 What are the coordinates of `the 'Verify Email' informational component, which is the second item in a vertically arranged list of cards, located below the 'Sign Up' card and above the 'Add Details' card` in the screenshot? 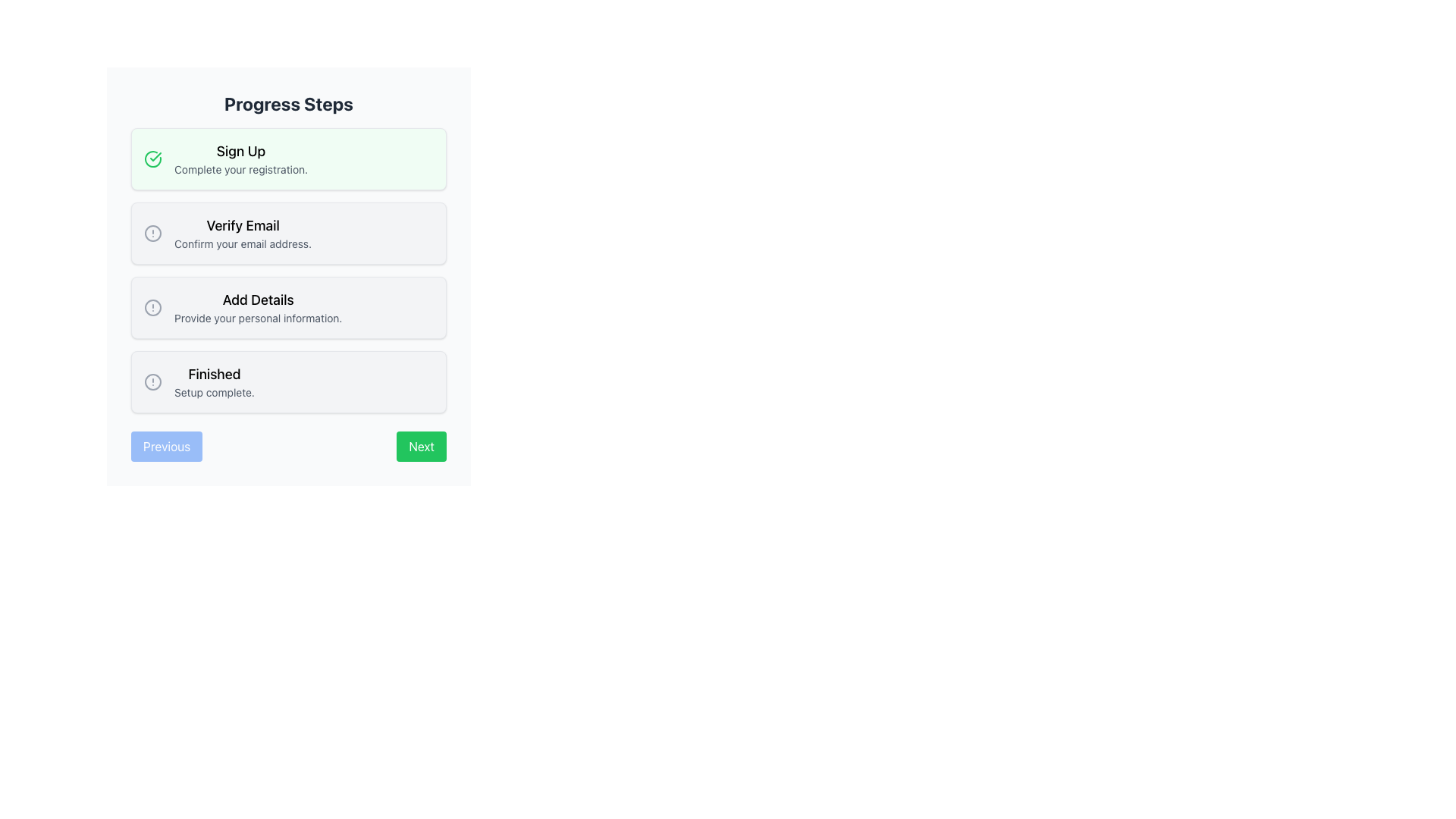 It's located at (243, 234).